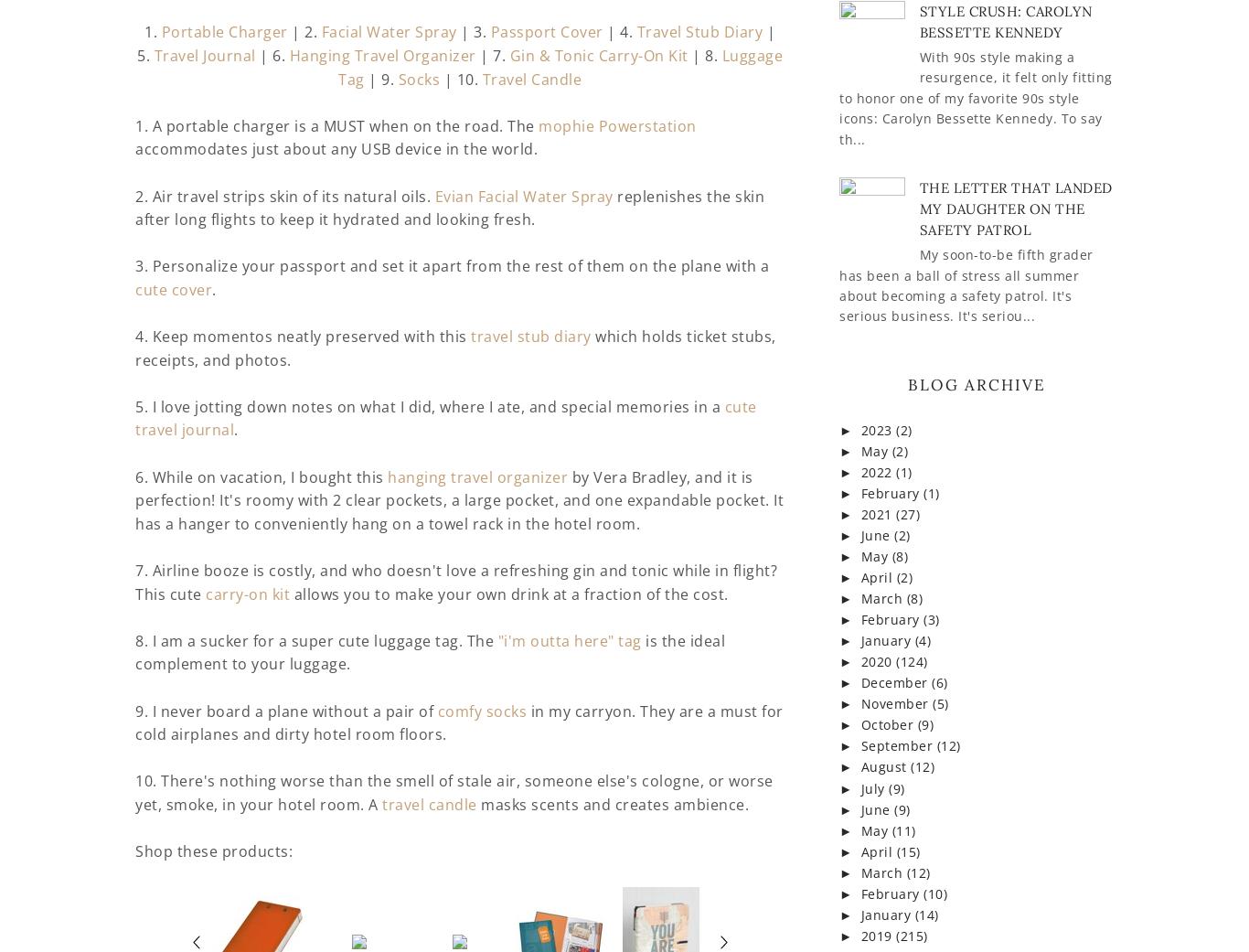  Describe the element at coordinates (878, 470) in the screenshot. I see `'2022'` at that location.